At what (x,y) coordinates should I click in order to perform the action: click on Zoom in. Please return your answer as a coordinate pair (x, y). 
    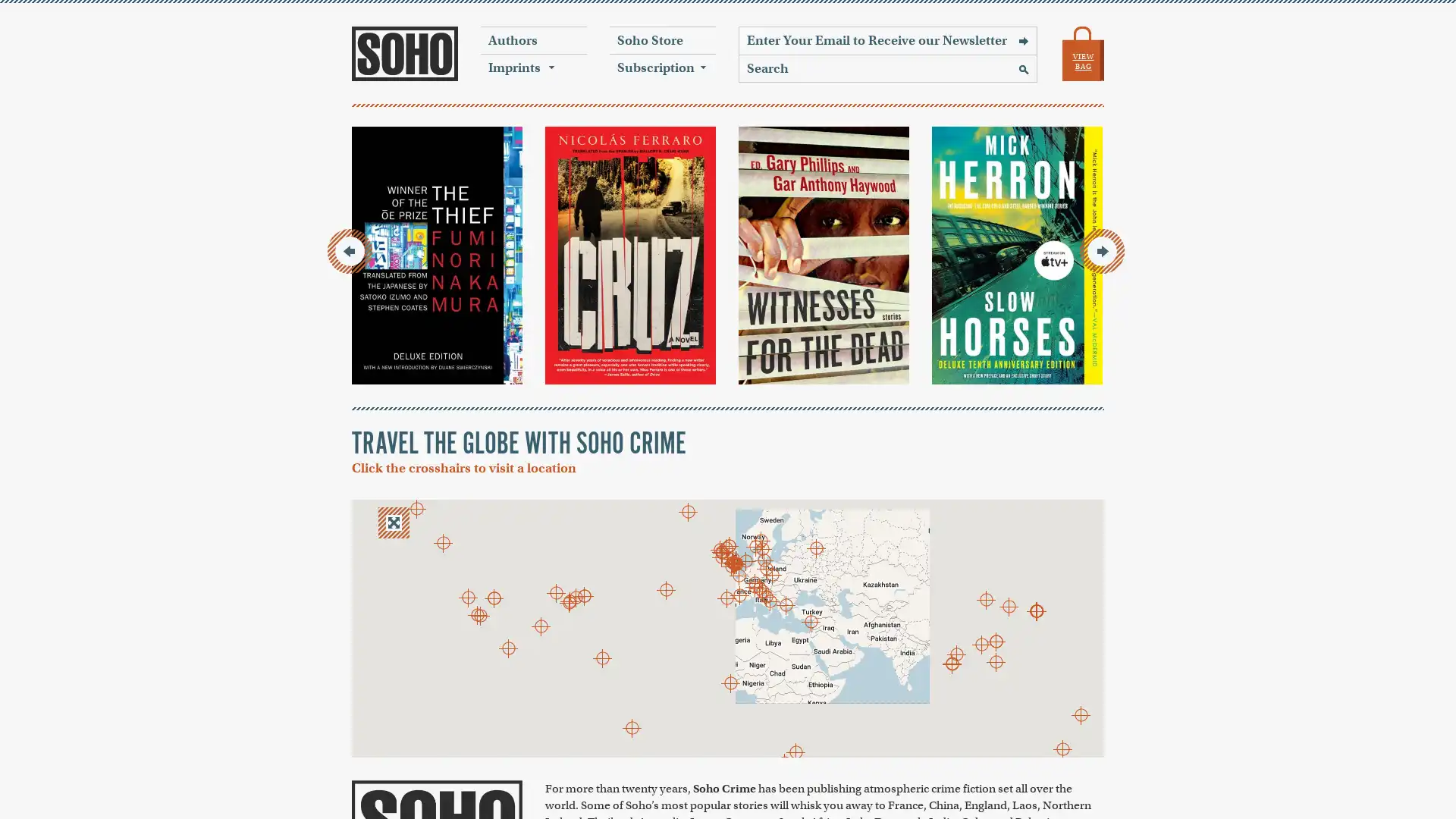
    Looking at the image, I should click on (1080, 692).